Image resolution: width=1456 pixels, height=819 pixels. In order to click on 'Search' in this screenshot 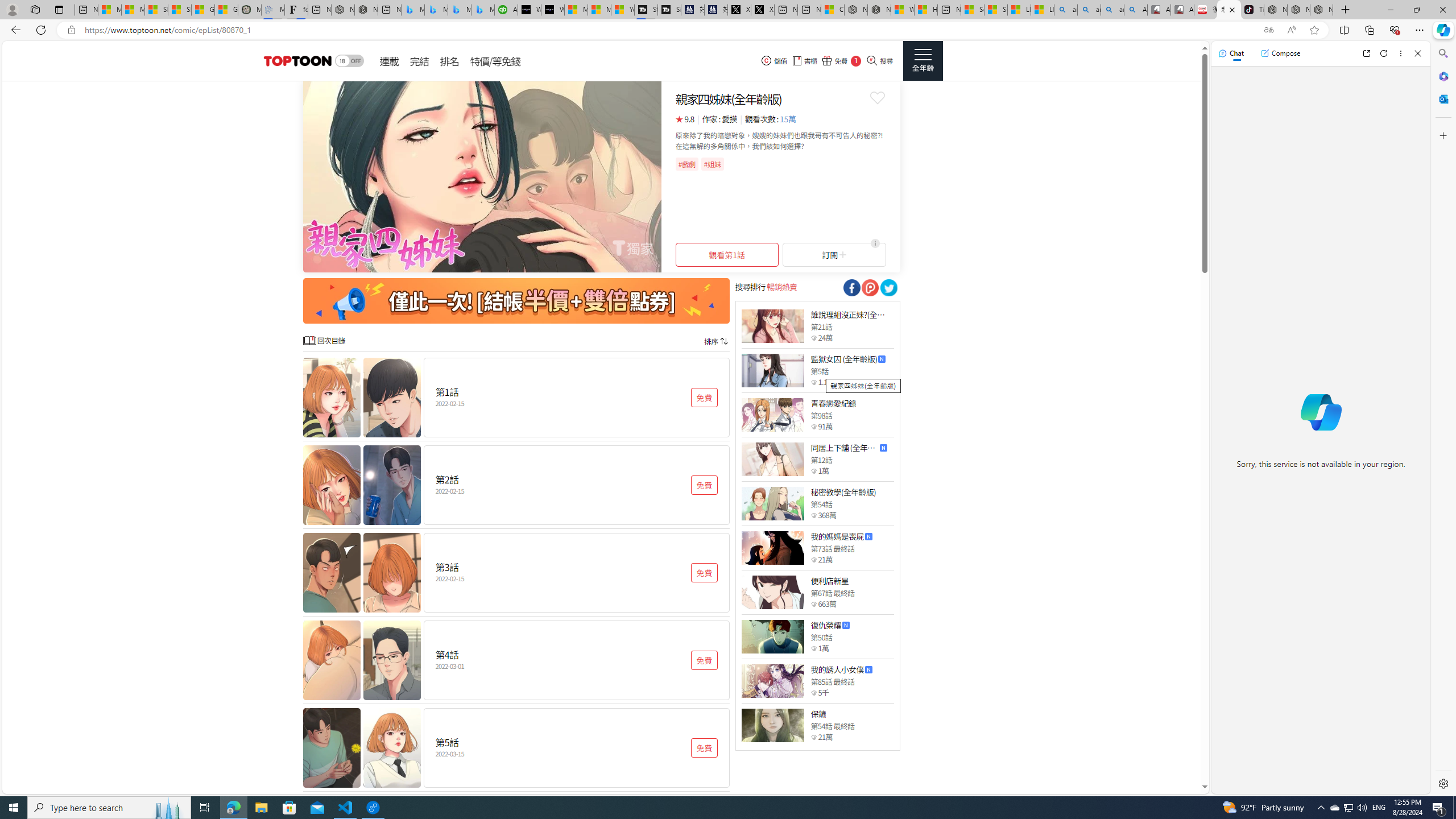, I will do `click(1442, 53)`.